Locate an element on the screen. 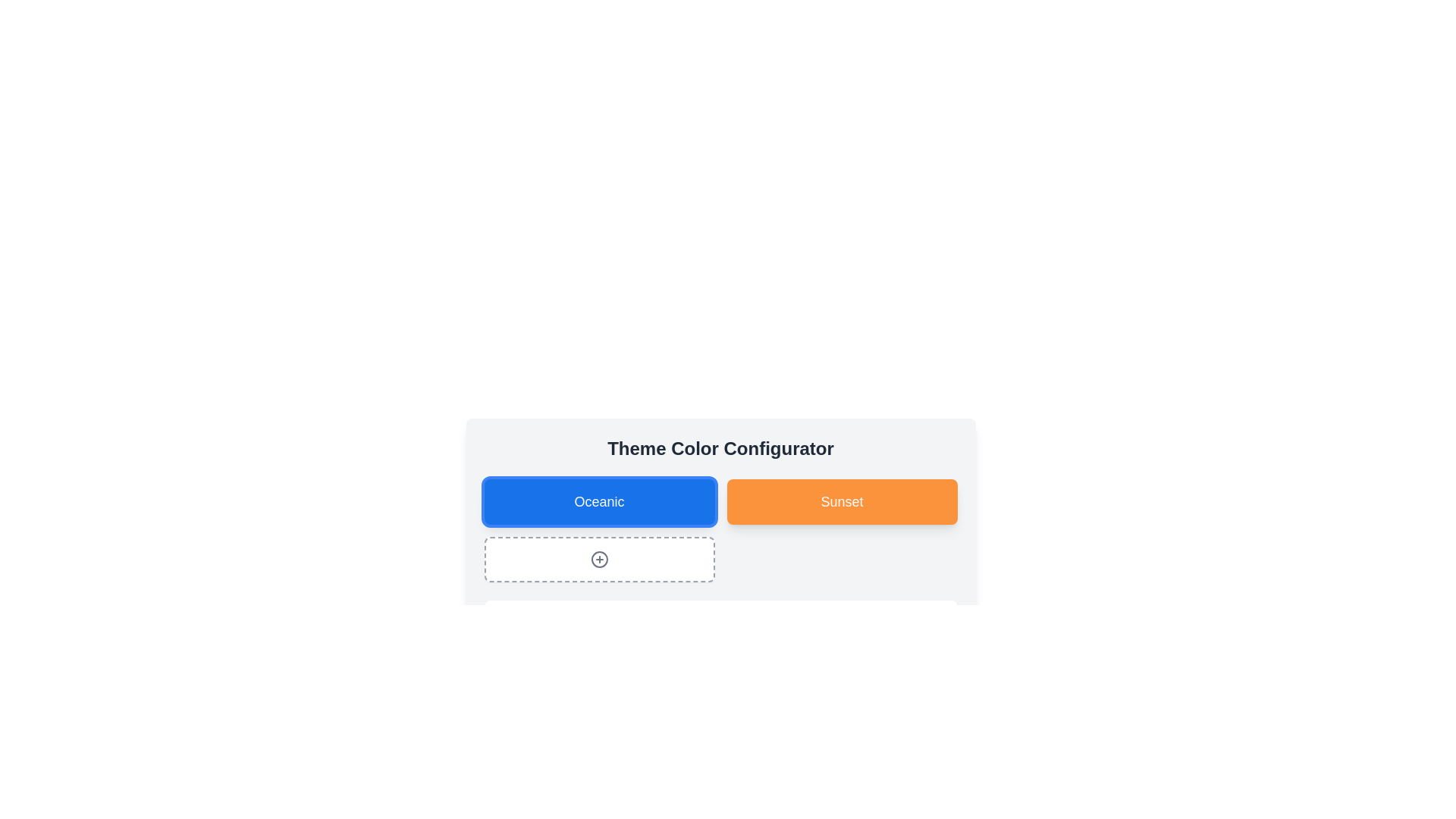 This screenshot has width=1456, height=819. the interactive button located in the bottom-left section of the two-by-two grid, directly below the 'Oceanic' section and to the left of the 'Sunset' section is located at coordinates (598, 559).